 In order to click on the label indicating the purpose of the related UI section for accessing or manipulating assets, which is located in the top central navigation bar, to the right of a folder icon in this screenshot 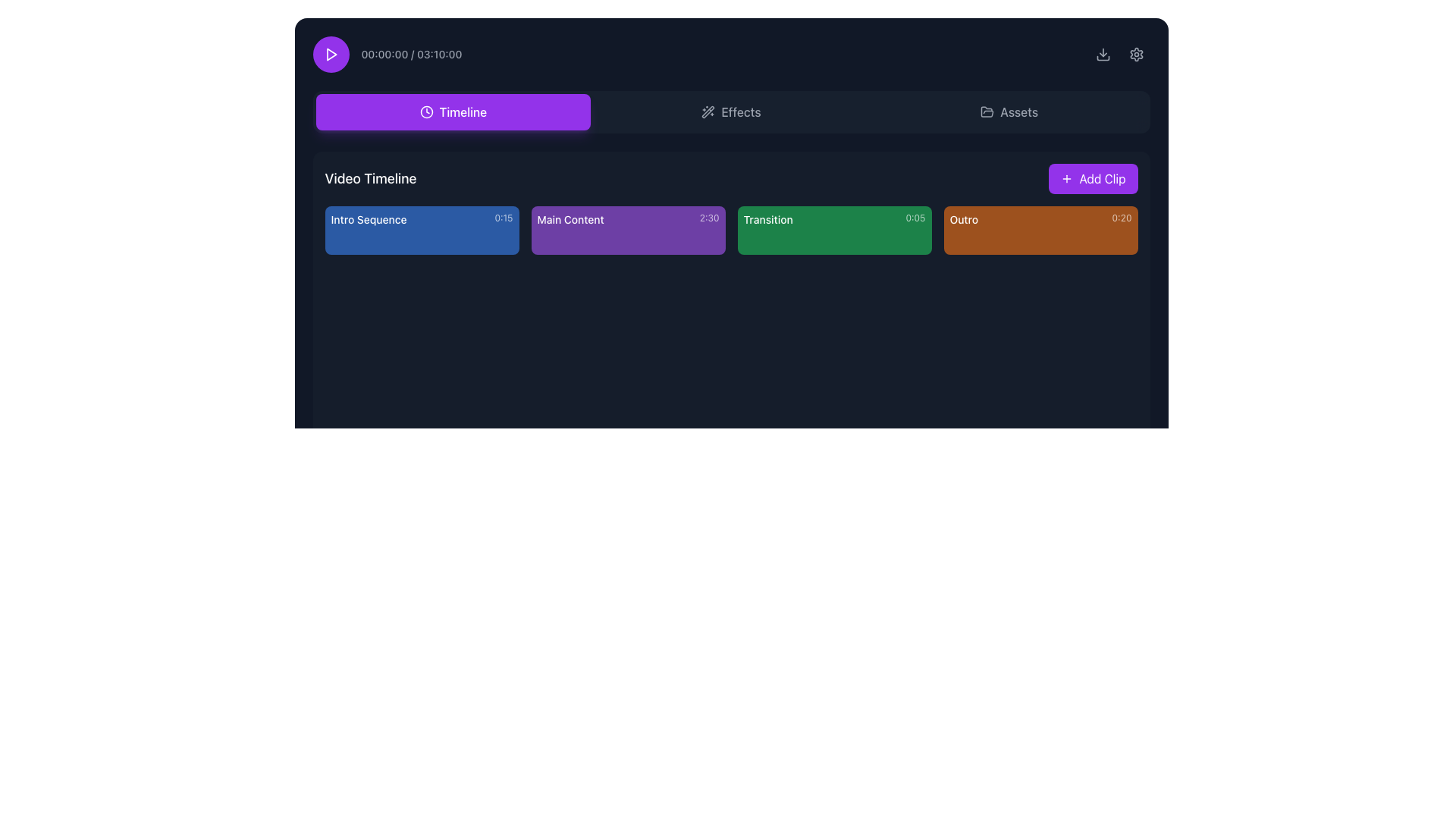, I will do `click(1019, 111)`.